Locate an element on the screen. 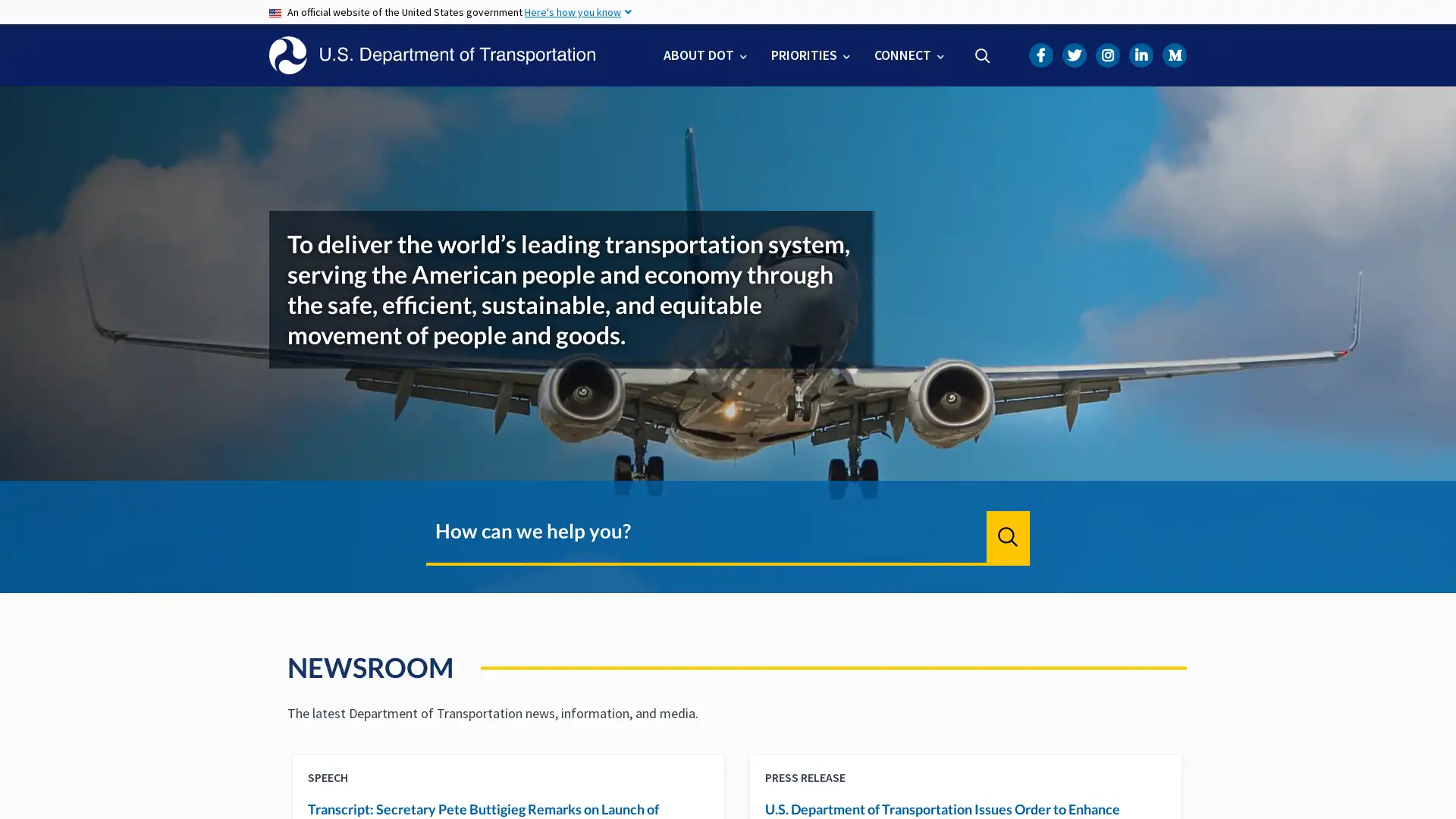  Search is located at coordinates (983, 55).